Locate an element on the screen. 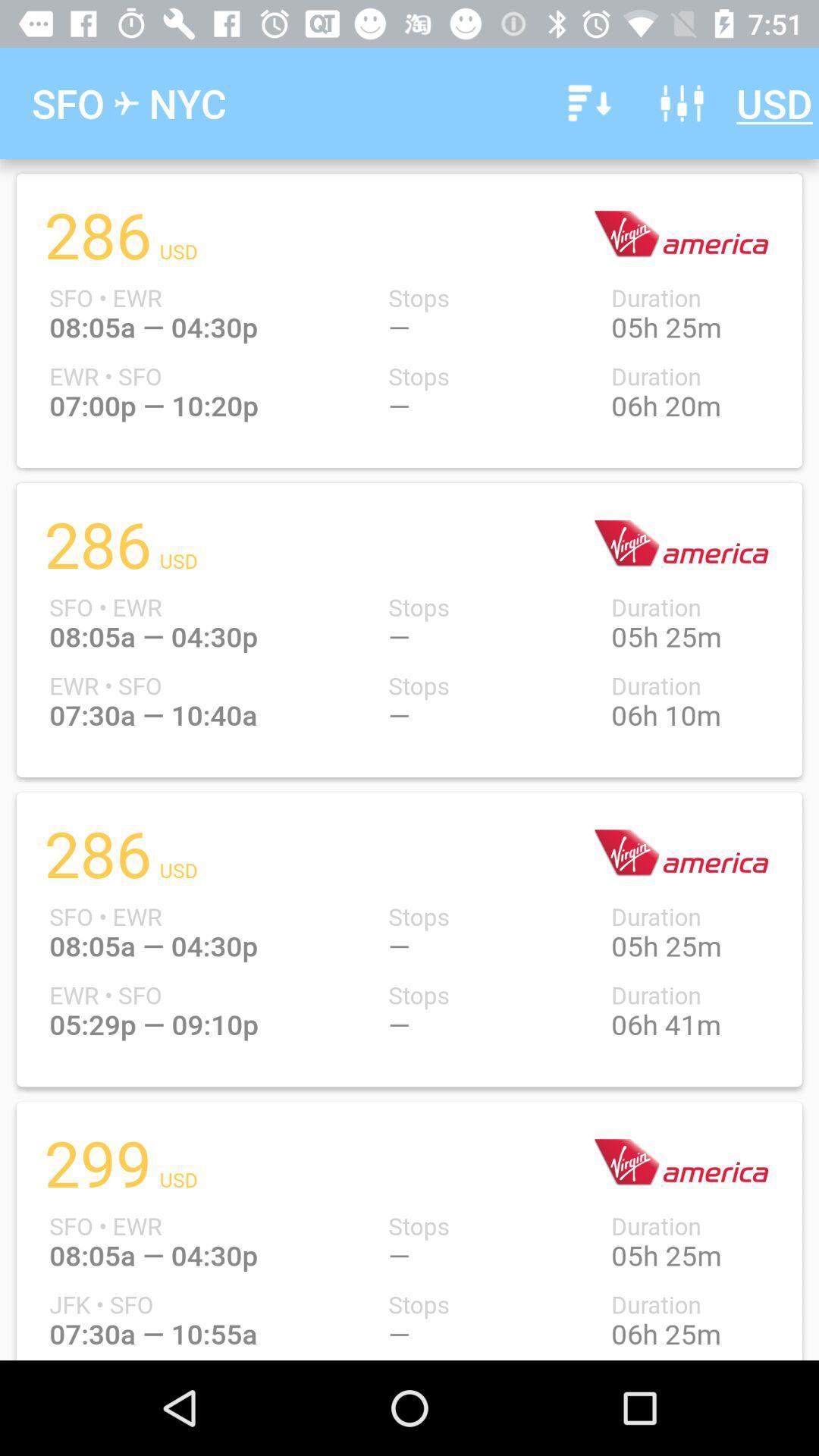 Image resolution: width=819 pixels, height=1456 pixels. the icon next to the usd is located at coordinates (681, 102).